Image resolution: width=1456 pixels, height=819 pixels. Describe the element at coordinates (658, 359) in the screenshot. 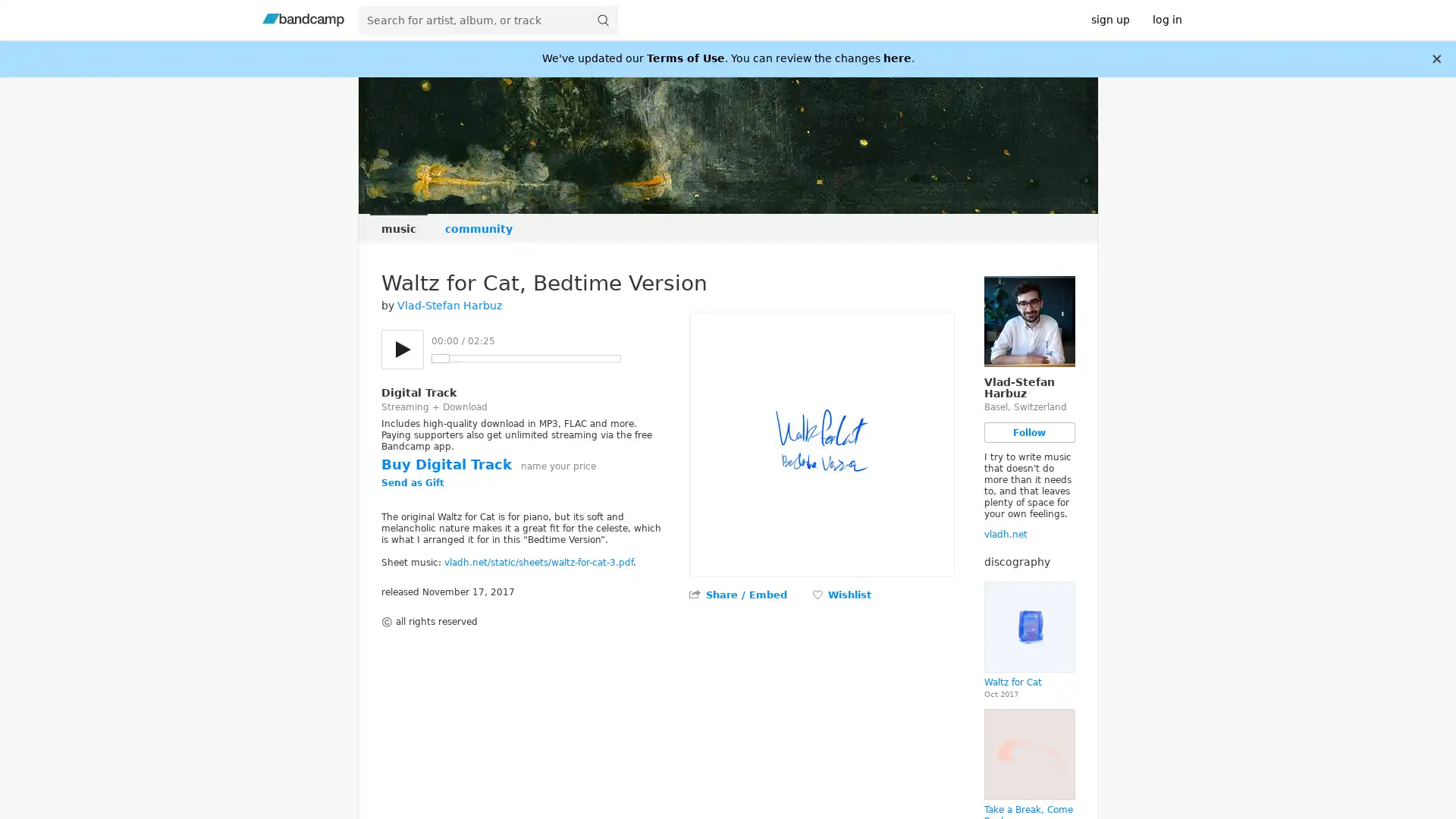

I see `Next track` at that location.